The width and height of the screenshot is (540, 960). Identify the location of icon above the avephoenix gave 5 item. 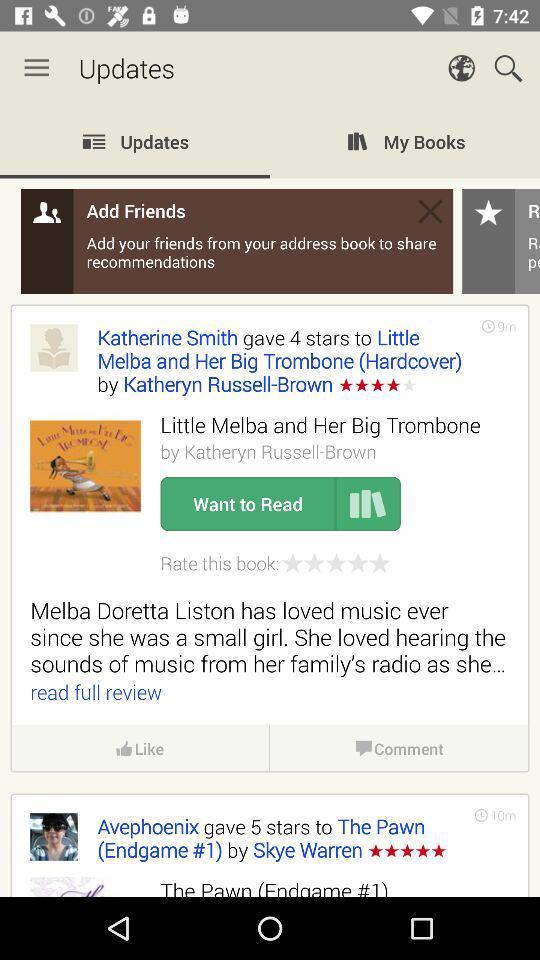
(139, 747).